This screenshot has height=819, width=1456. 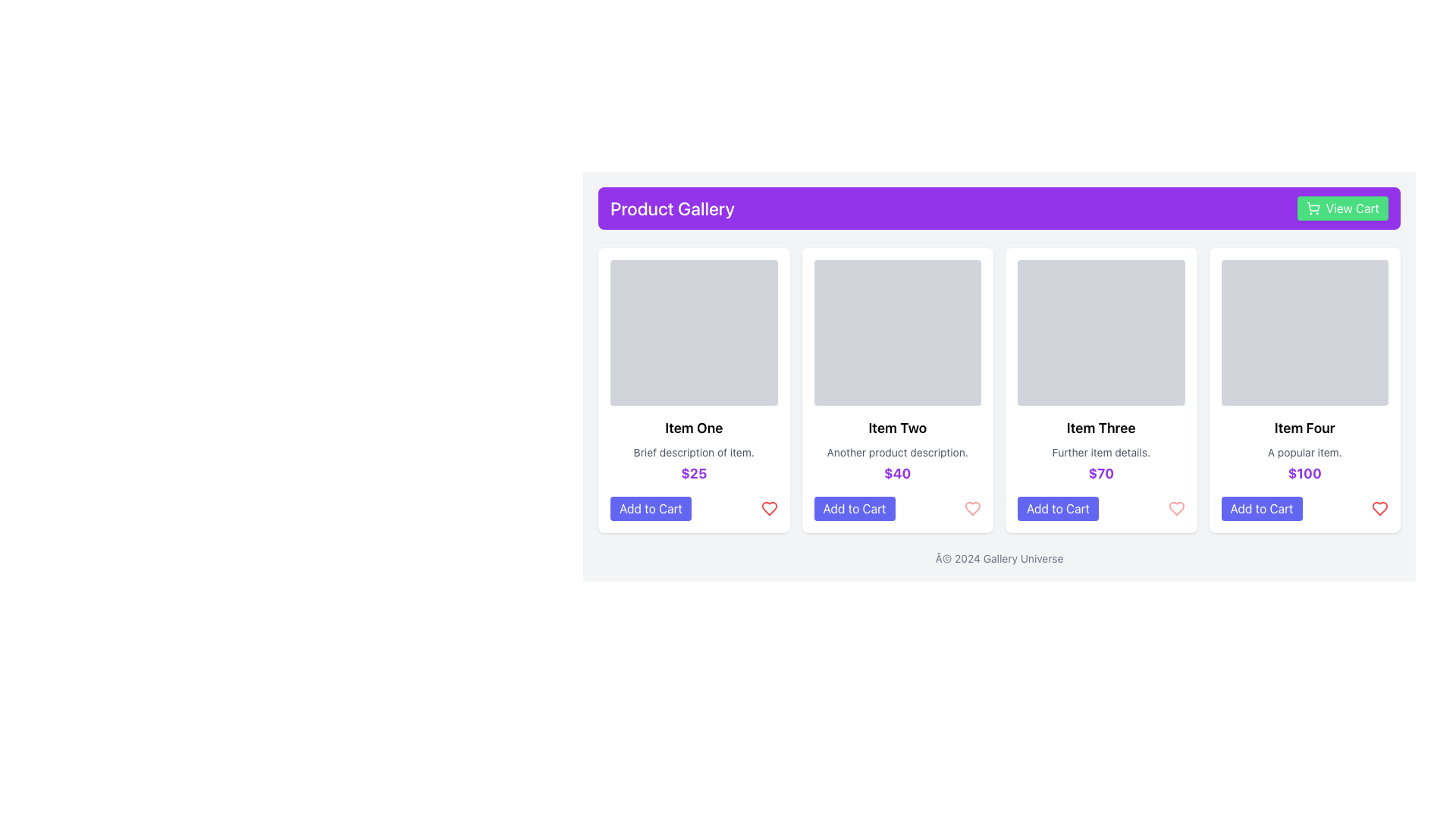 I want to click on the red heart icon located at the bottom-right corner of the product card labeled 'Item Four', so click(x=1379, y=509).